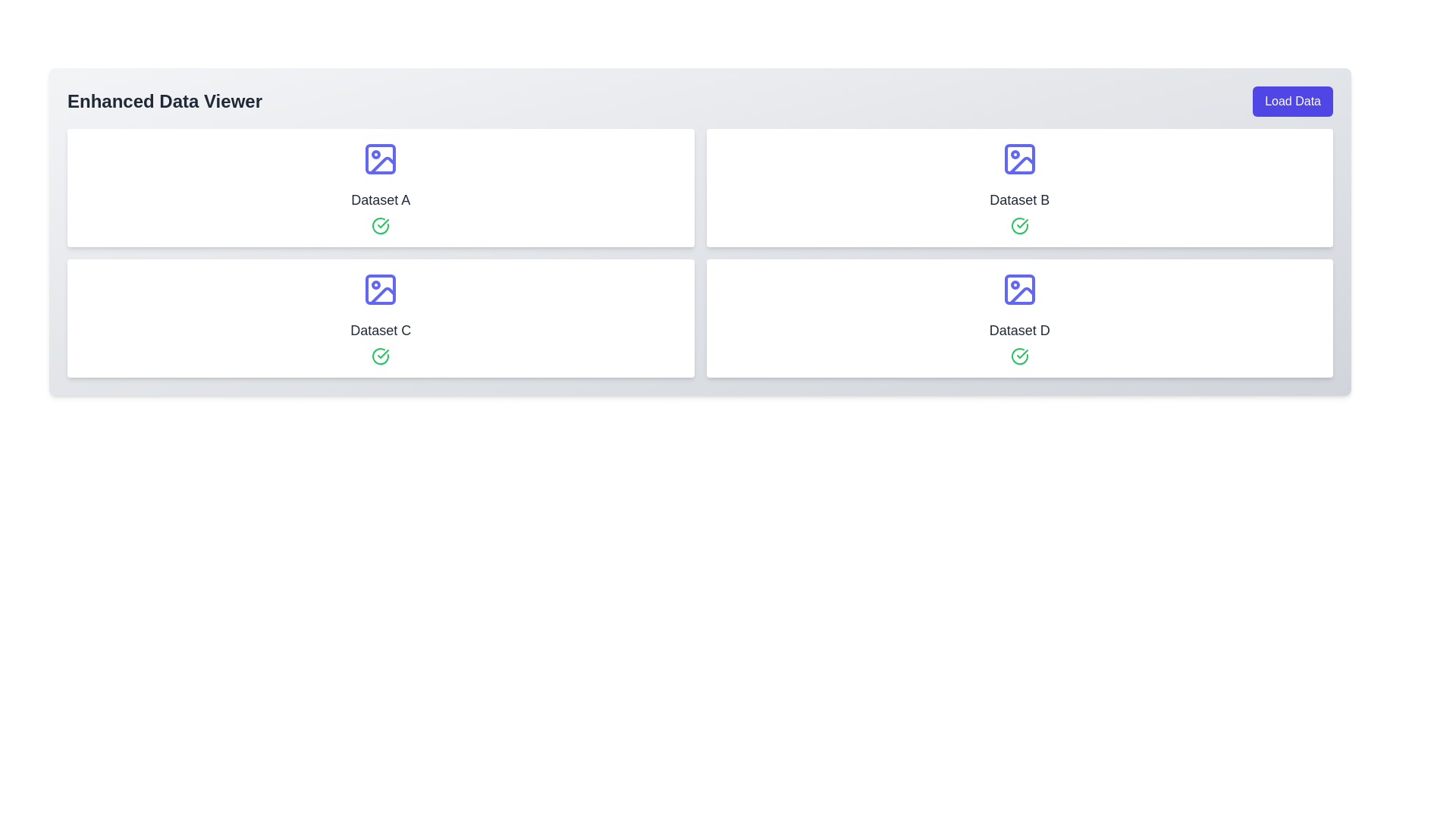 This screenshot has width=1456, height=819. I want to click on the verification icon indicating that 'Dataset B' has been successfully validated, located below the 'Dataset B' label in the dataset card, so click(1019, 225).